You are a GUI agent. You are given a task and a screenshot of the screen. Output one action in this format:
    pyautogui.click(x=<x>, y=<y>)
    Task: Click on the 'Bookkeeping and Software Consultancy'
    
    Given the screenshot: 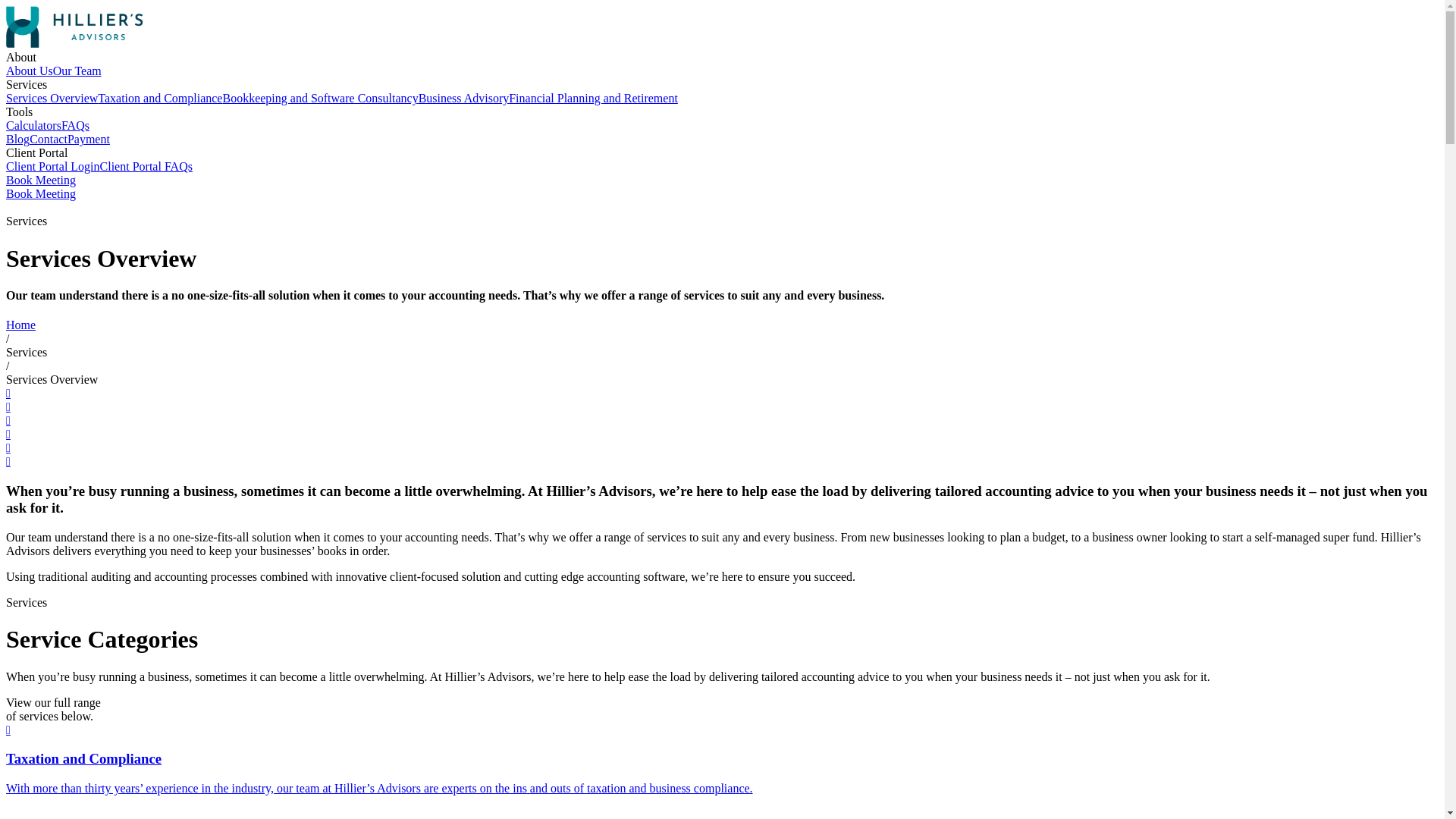 What is the action you would take?
    pyautogui.click(x=319, y=98)
    